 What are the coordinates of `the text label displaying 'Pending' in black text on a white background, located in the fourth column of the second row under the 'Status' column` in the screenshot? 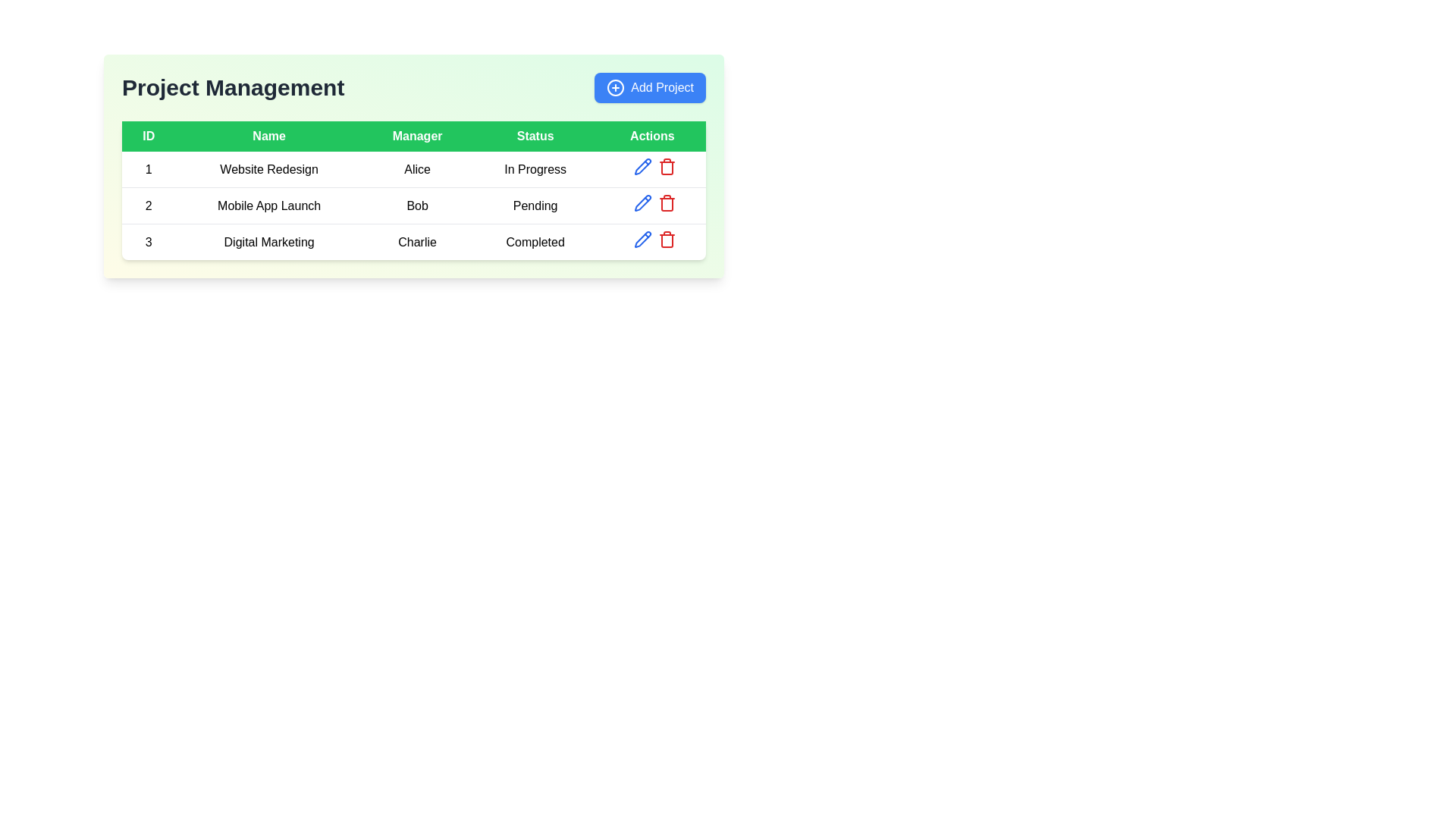 It's located at (535, 206).